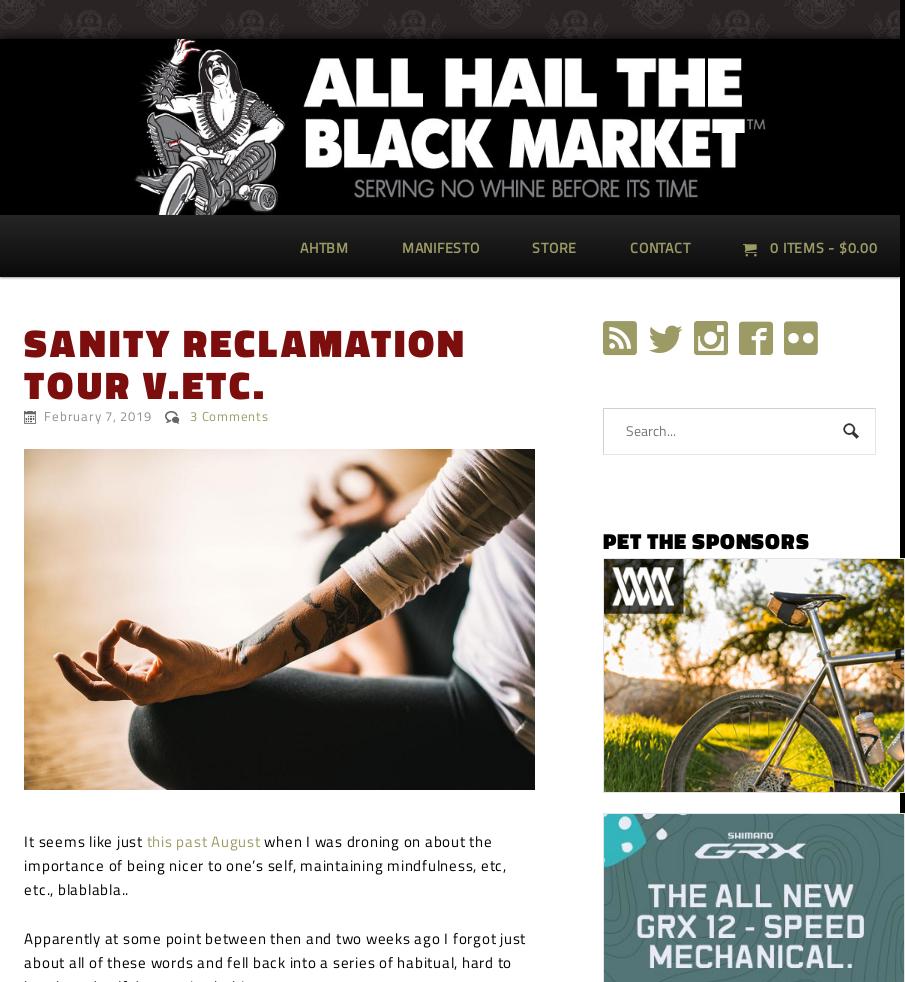 The height and width of the screenshot is (982, 905). I want to click on '0.00', so click(862, 246).